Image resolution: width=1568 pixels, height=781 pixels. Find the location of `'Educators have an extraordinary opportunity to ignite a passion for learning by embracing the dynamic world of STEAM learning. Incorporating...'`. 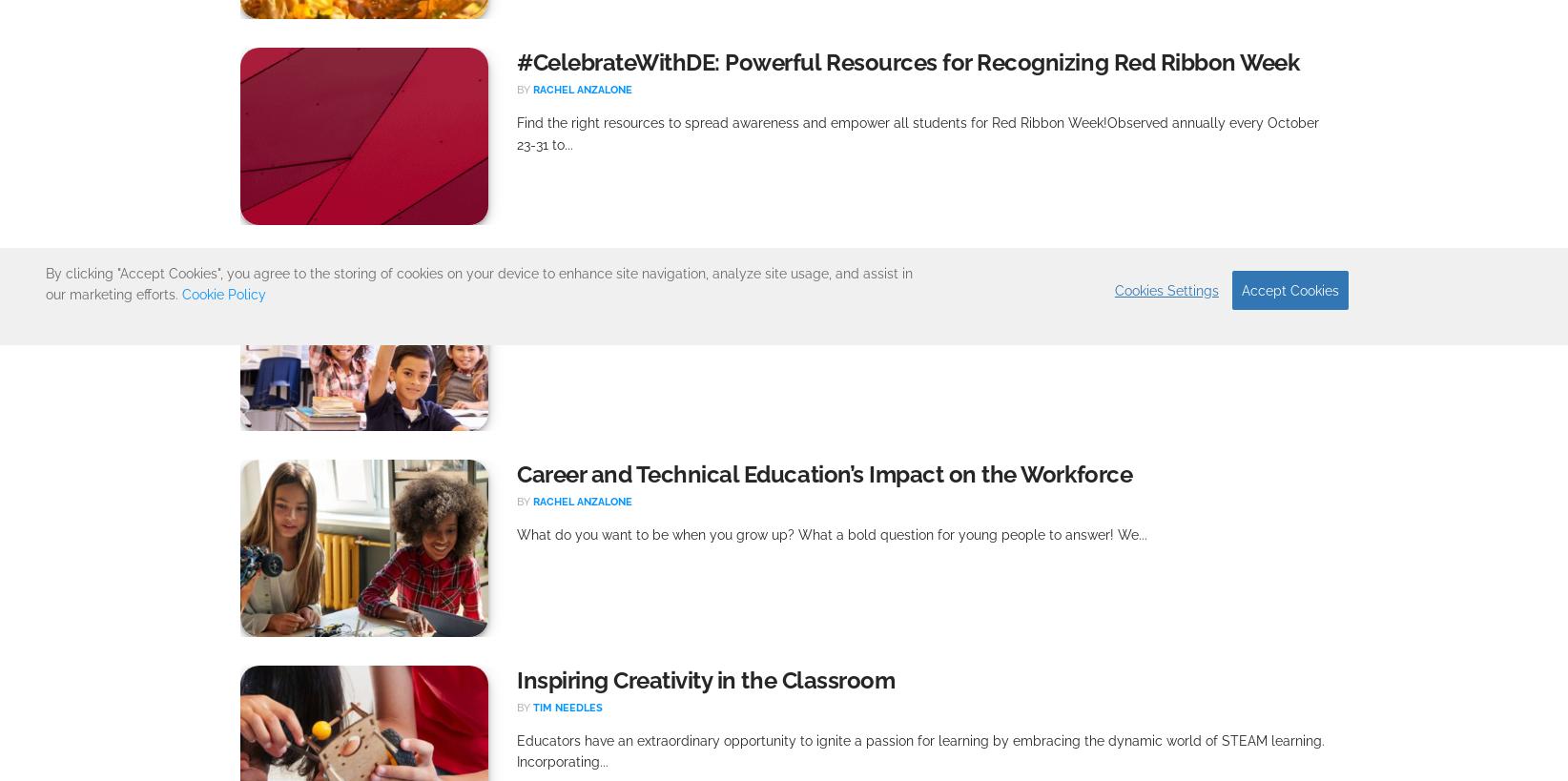

'Educators have an extraordinary opportunity to ignite a passion for learning by embracing the dynamic world of STEAM learning. Incorporating...' is located at coordinates (919, 750).